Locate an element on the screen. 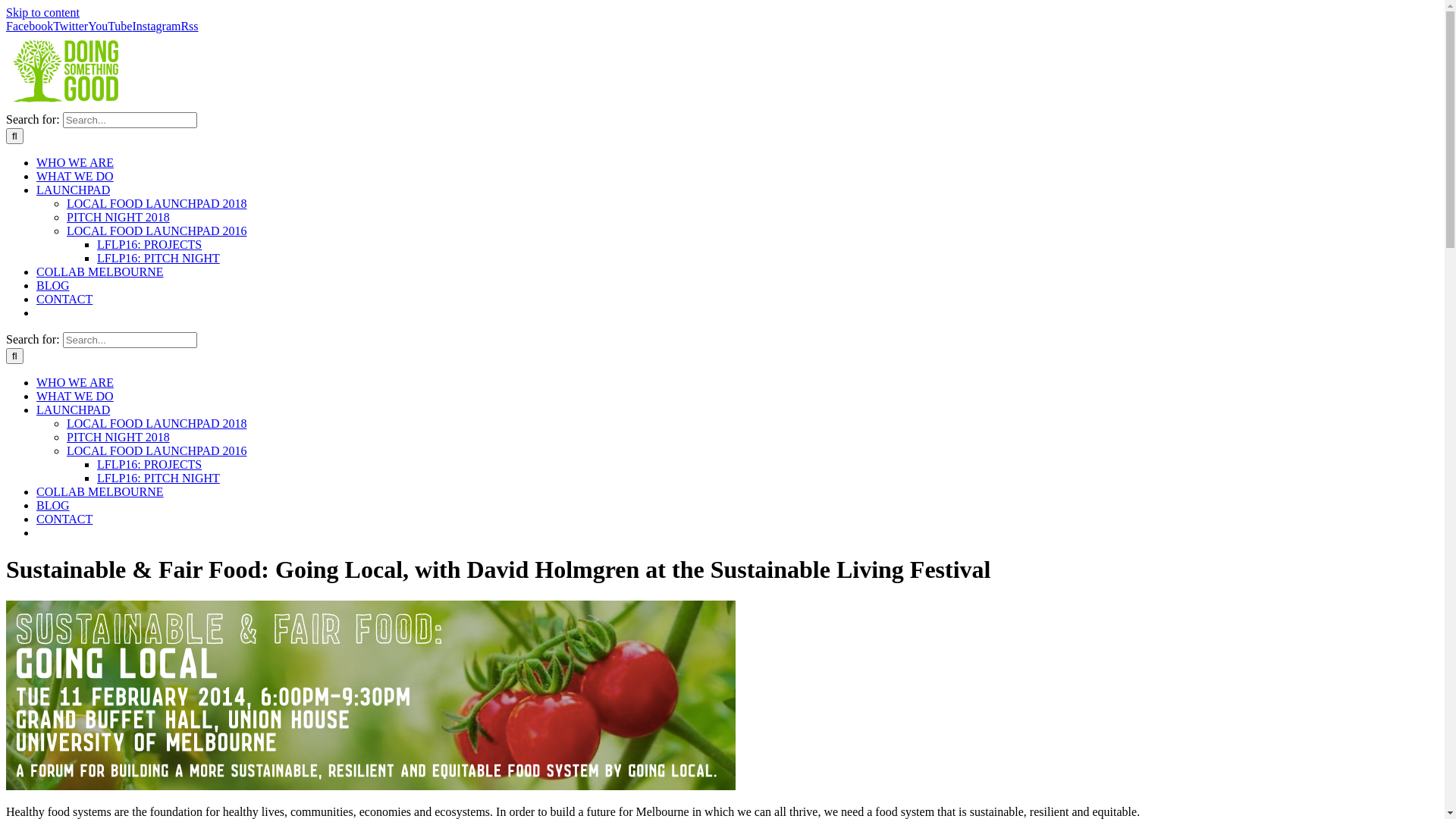 This screenshot has height=819, width=1456. 'LOCAL FOOD LAUNCHPAD 2016' is located at coordinates (156, 231).